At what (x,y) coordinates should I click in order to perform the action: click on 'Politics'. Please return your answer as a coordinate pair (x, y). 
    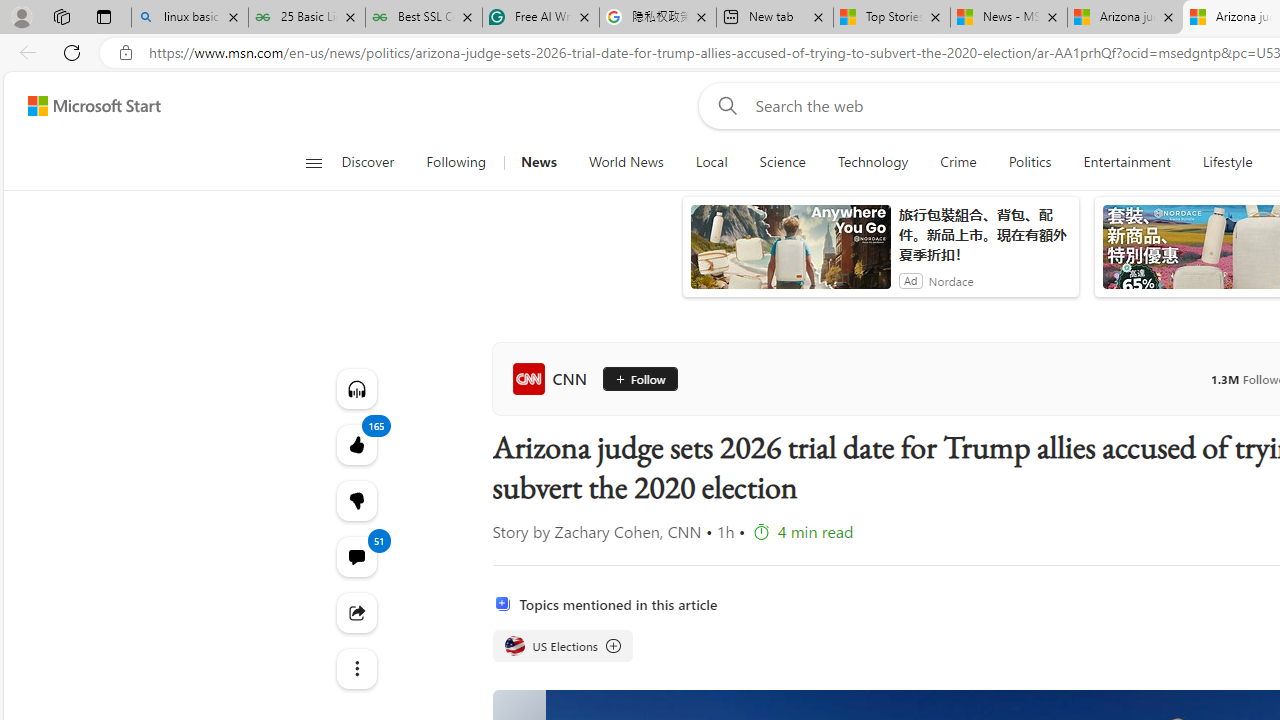
    Looking at the image, I should click on (1030, 162).